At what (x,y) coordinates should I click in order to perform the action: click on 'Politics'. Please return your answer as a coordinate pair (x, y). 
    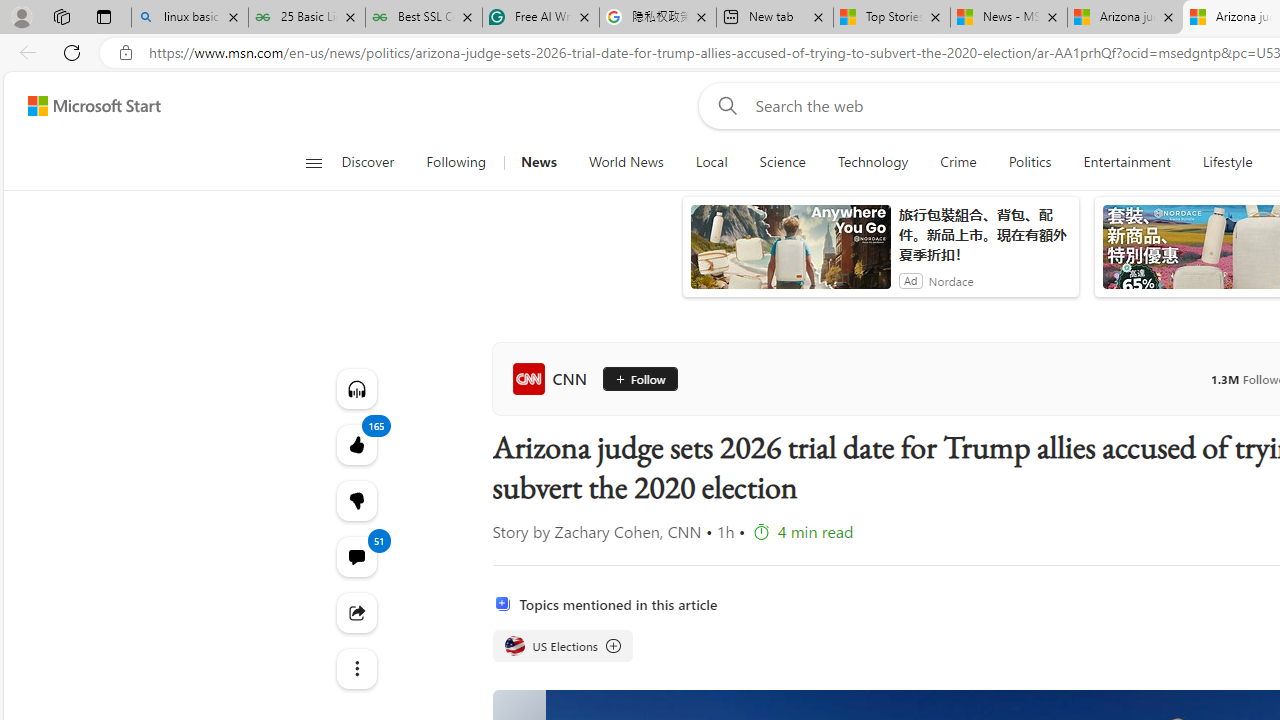
    Looking at the image, I should click on (1030, 162).